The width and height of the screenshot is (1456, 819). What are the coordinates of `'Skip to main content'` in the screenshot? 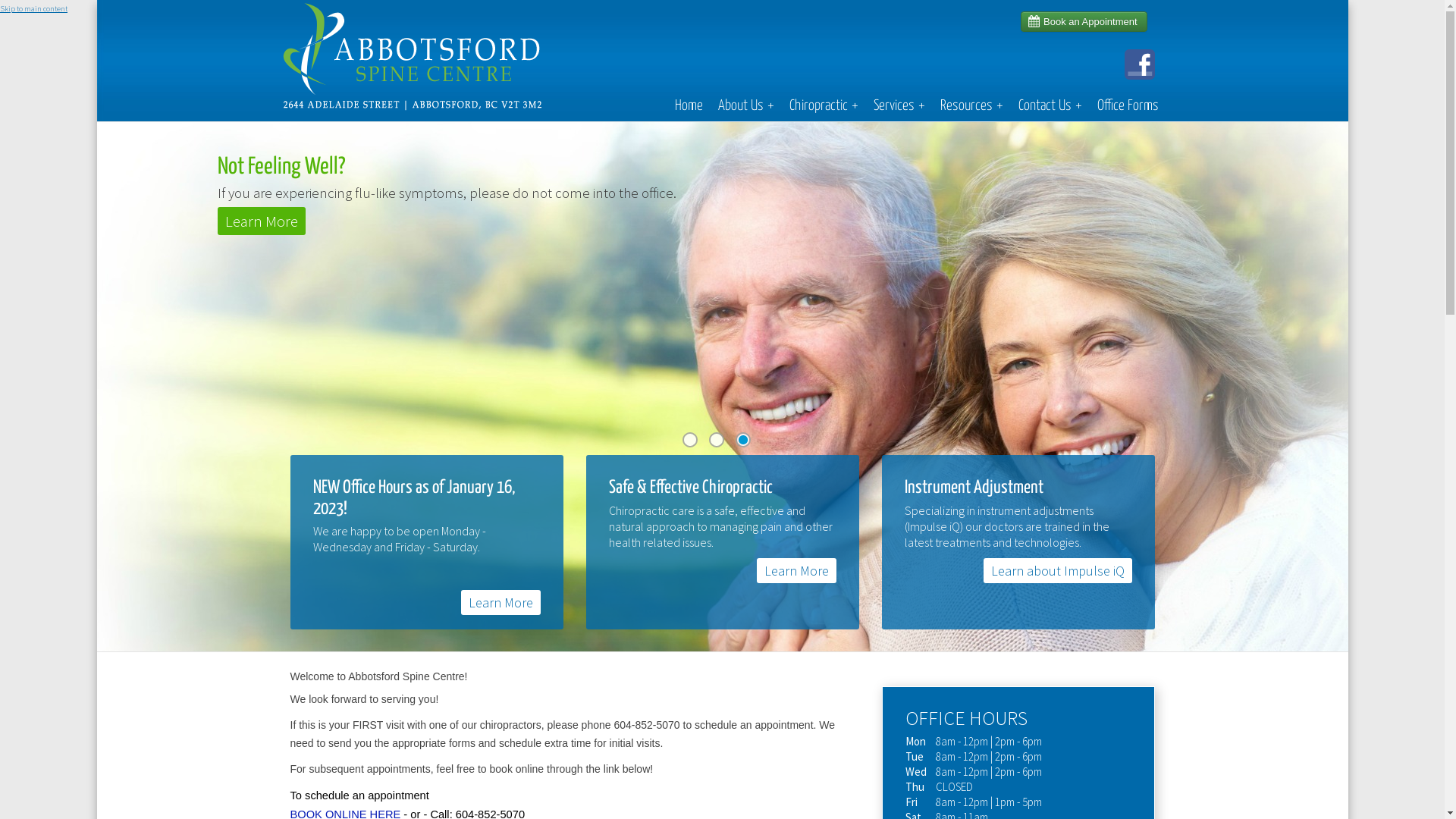 It's located at (33, 8).